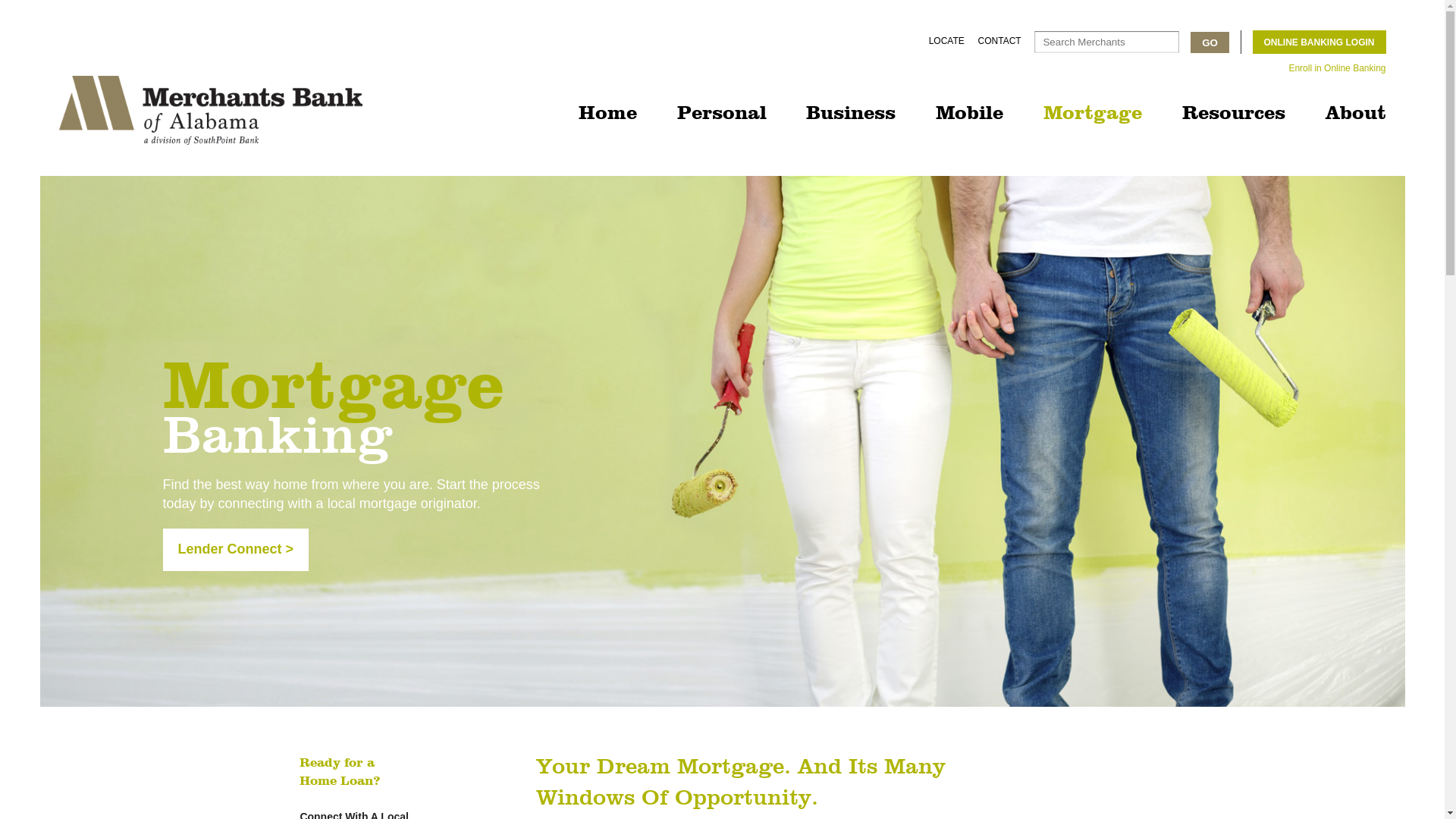  What do you see at coordinates (851, 113) in the screenshot?
I see `'Business'` at bounding box center [851, 113].